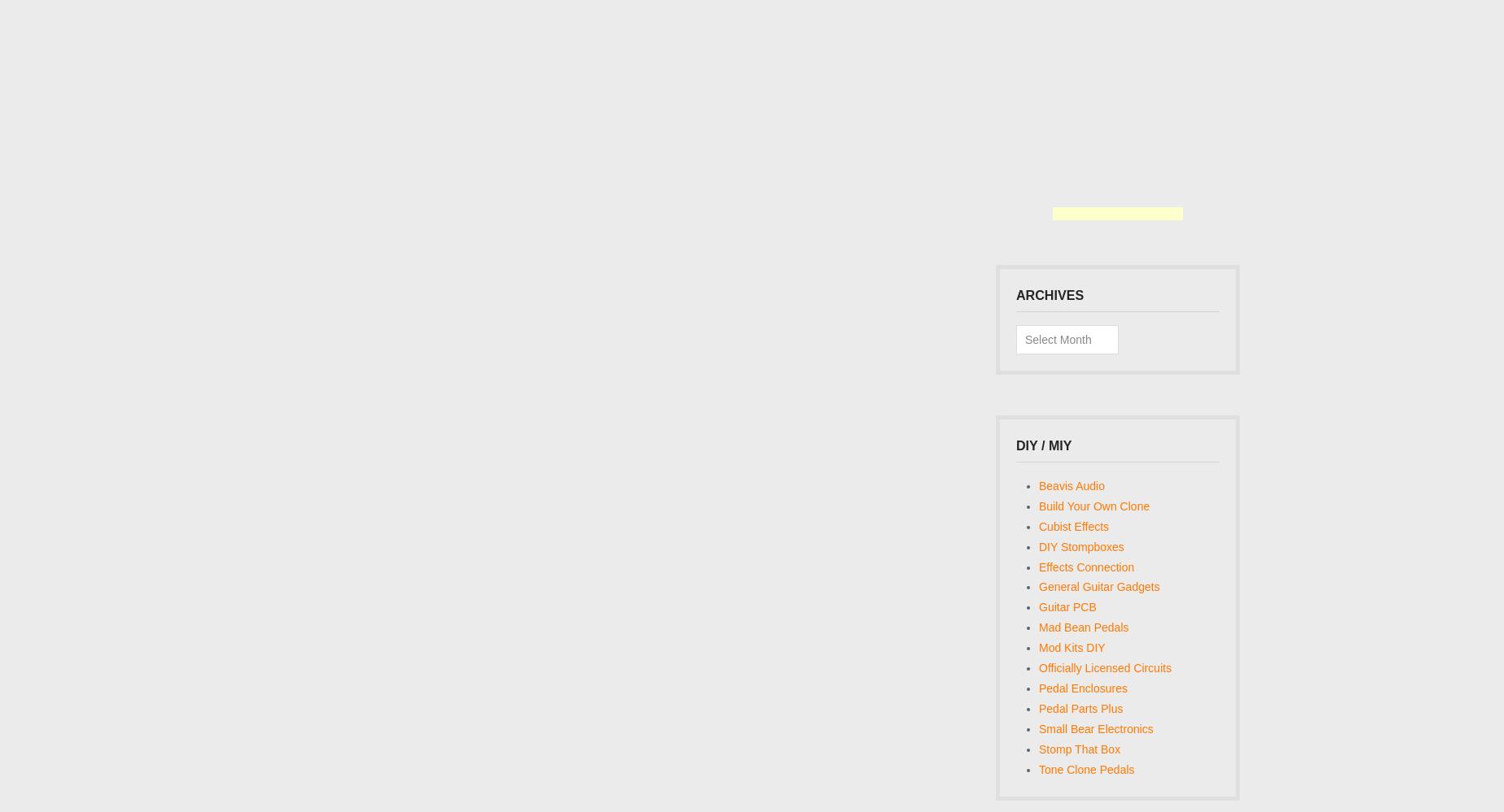 The height and width of the screenshot is (812, 1504). What do you see at coordinates (1037, 627) in the screenshot?
I see `'Mad Bean Pedals'` at bounding box center [1037, 627].